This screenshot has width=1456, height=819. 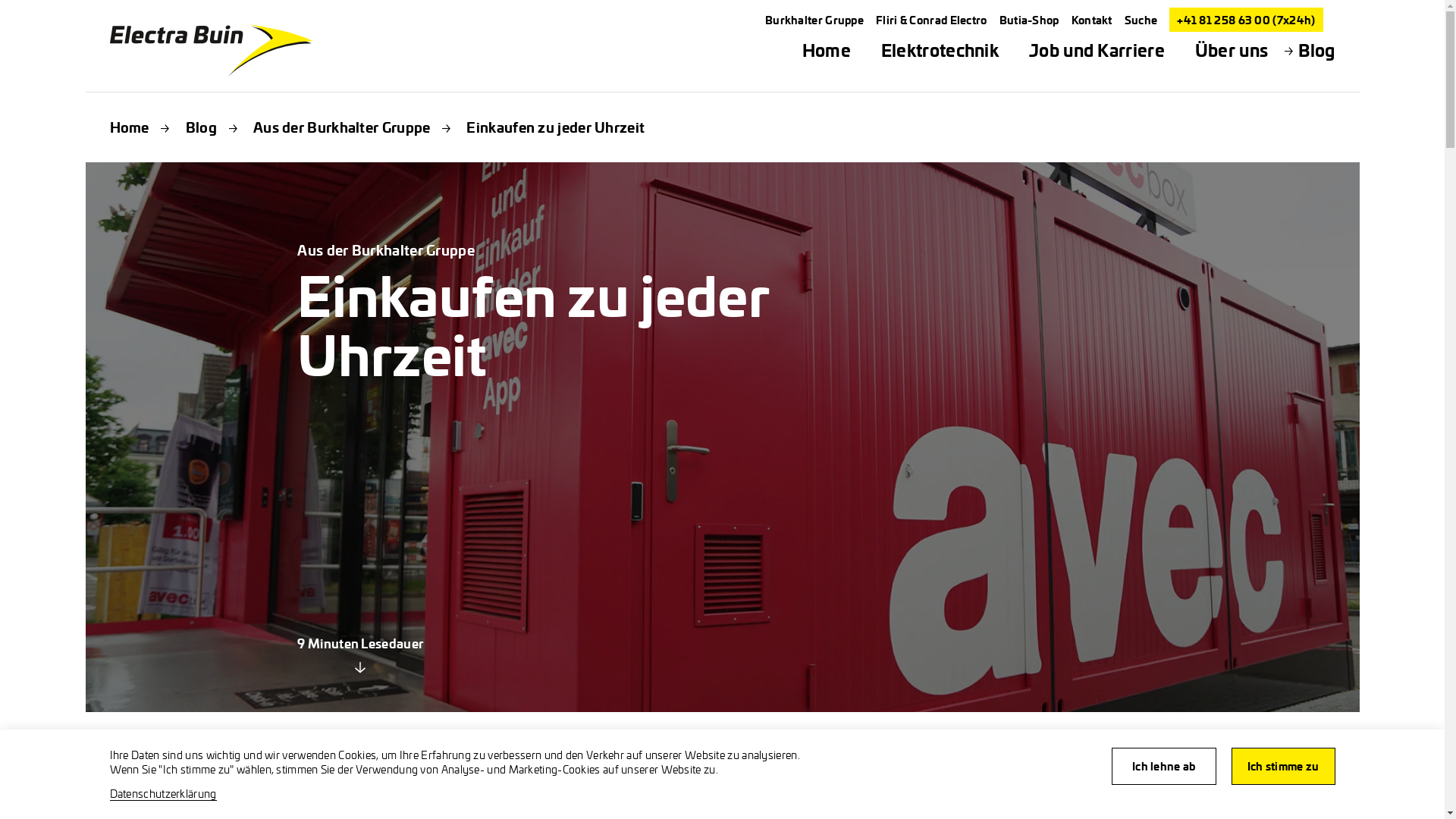 I want to click on 'Ich lehne ab', so click(x=1163, y=766).